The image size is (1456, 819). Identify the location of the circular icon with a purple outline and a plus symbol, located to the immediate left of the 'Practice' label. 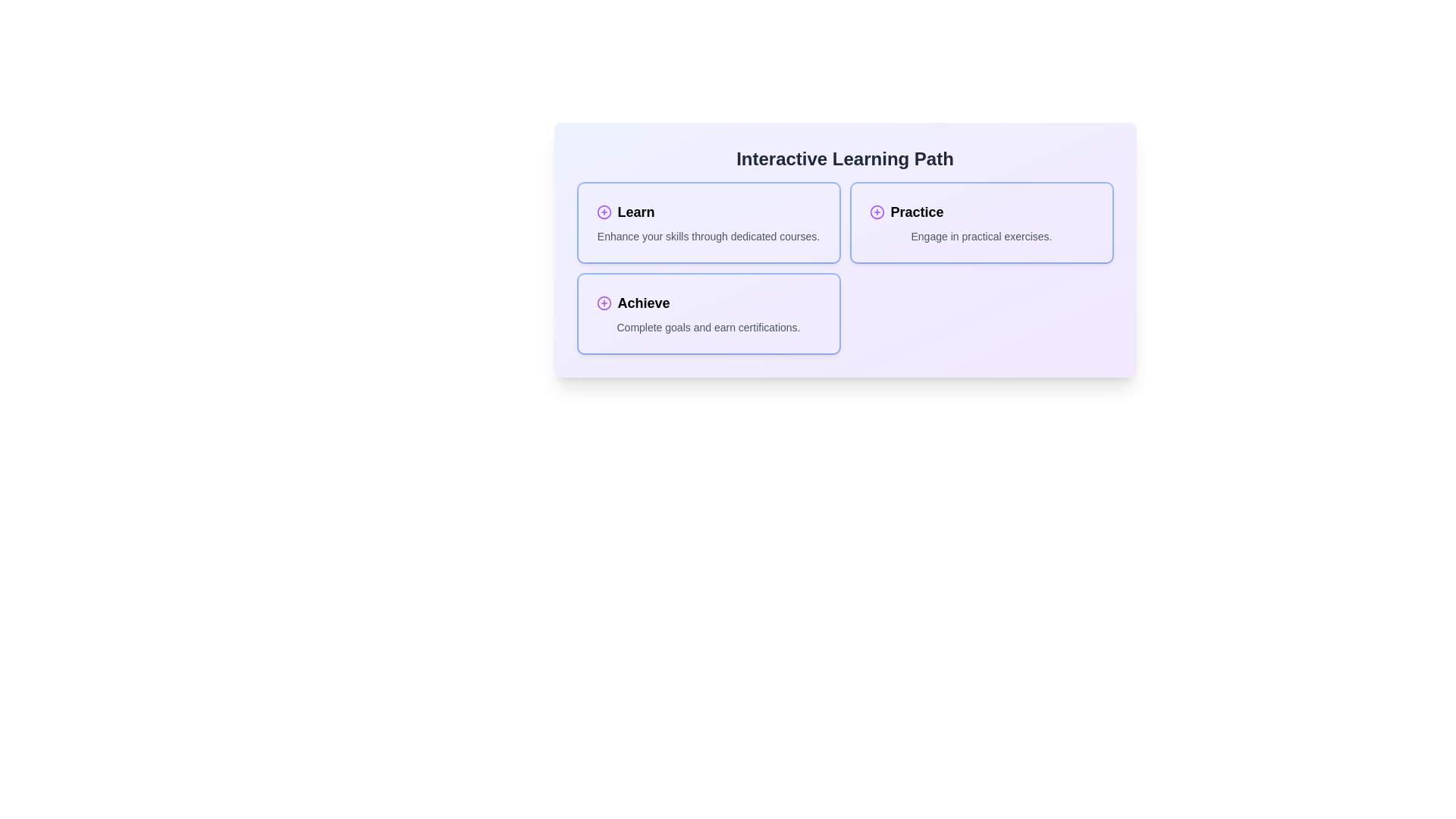
(877, 212).